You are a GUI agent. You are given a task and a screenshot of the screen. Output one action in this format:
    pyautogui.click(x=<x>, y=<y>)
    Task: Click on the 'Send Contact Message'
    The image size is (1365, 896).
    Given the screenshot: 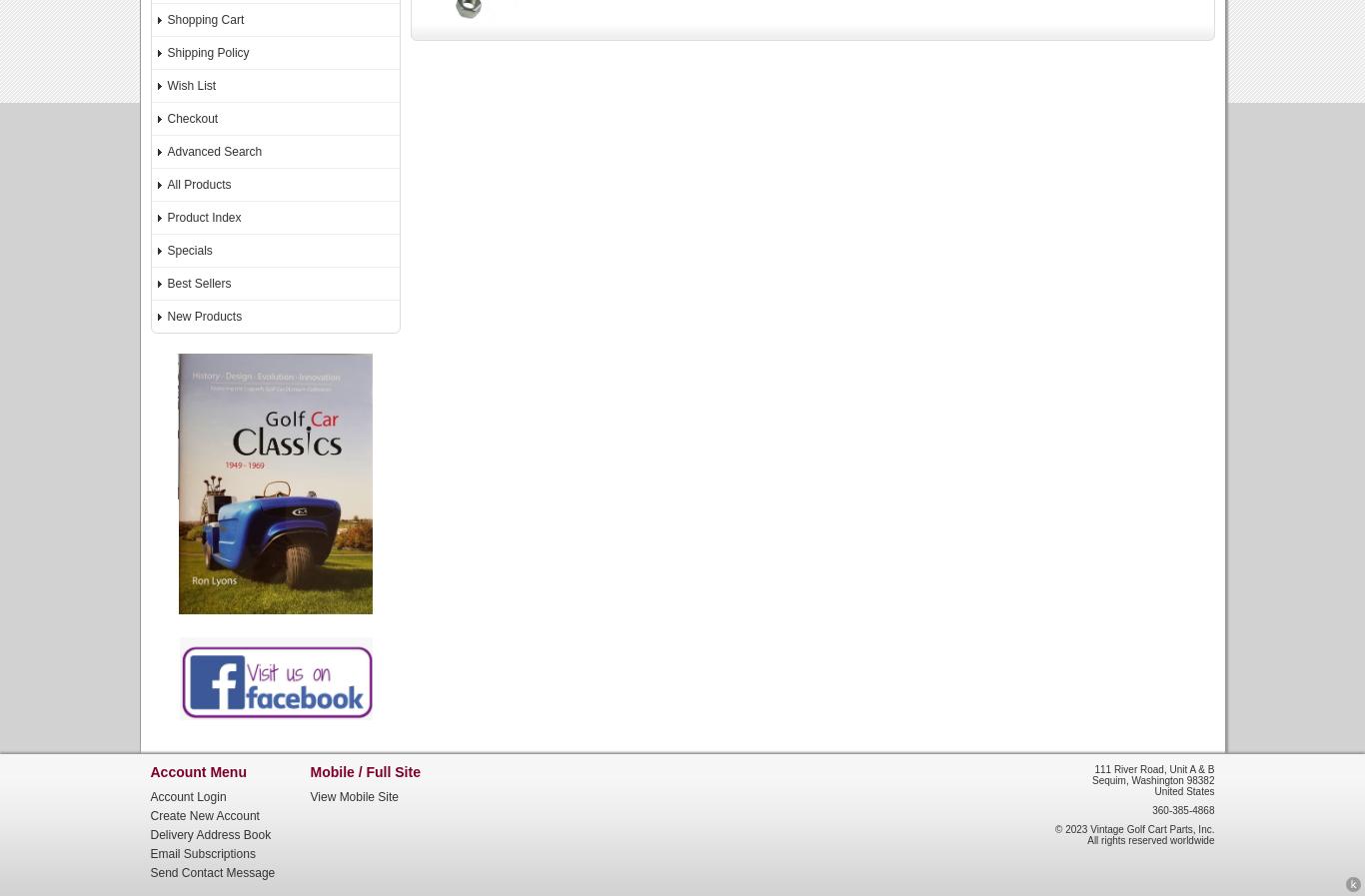 What is the action you would take?
    pyautogui.click(x=211, y=873)
    